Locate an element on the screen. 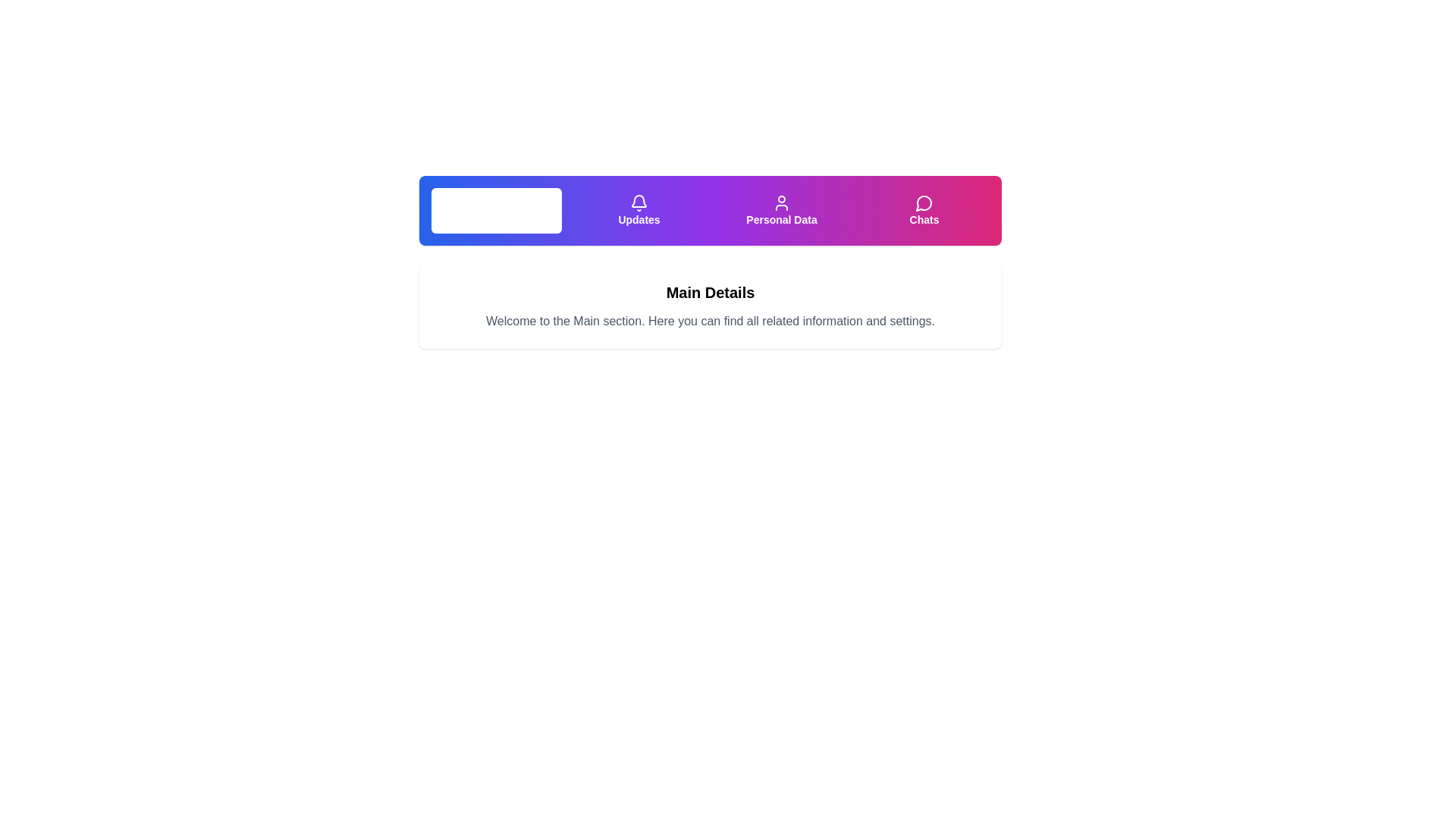 This screenshot has height=819, width=1456. the notification bell icon located in the top navigation bar under the 'Updates' label is located at coordinates (639, 200).